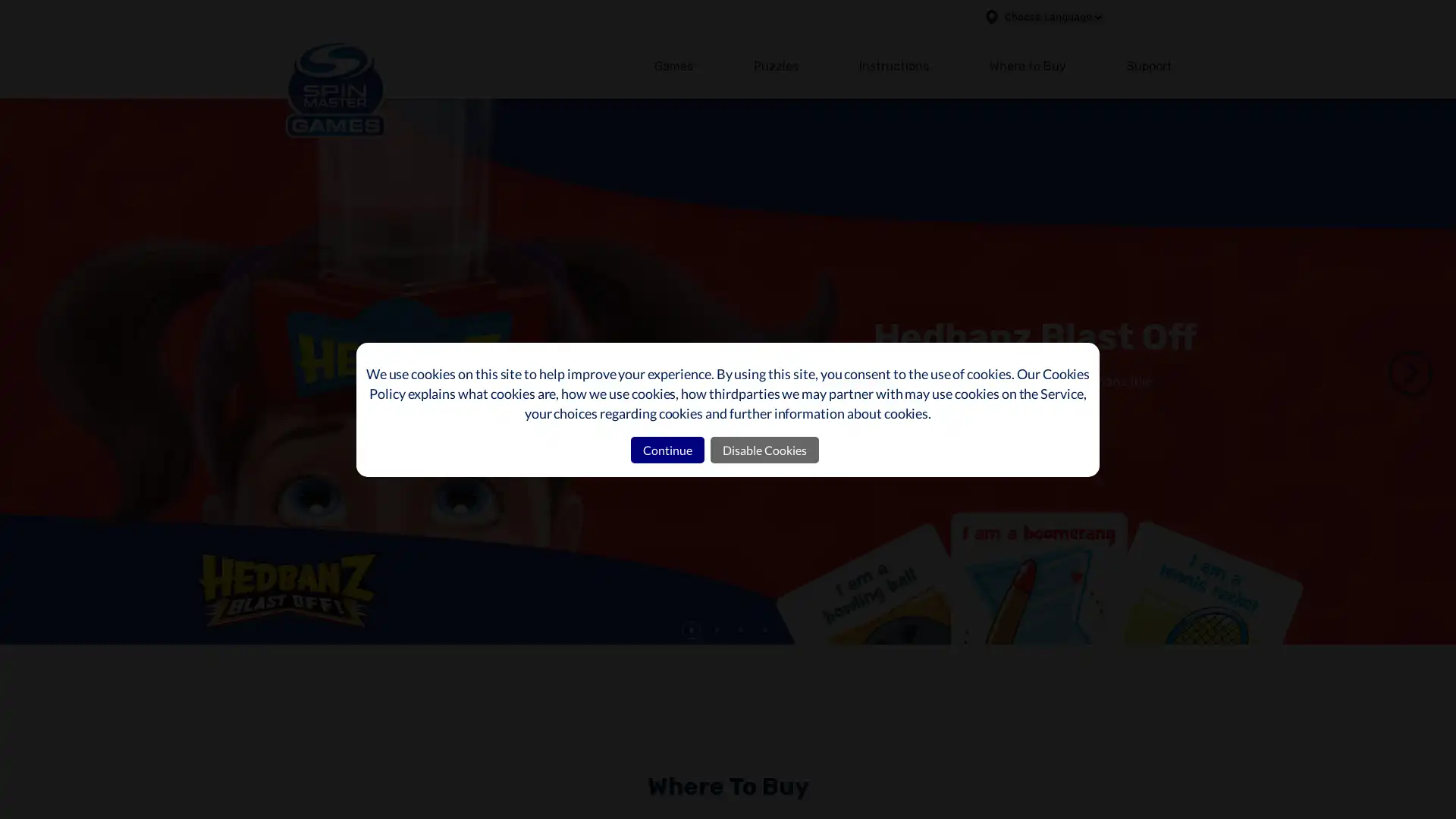  What do you see at coordinates (931, 438) in the screenshot?
I see `LEARN MORE` at bounding box center [931, 438].